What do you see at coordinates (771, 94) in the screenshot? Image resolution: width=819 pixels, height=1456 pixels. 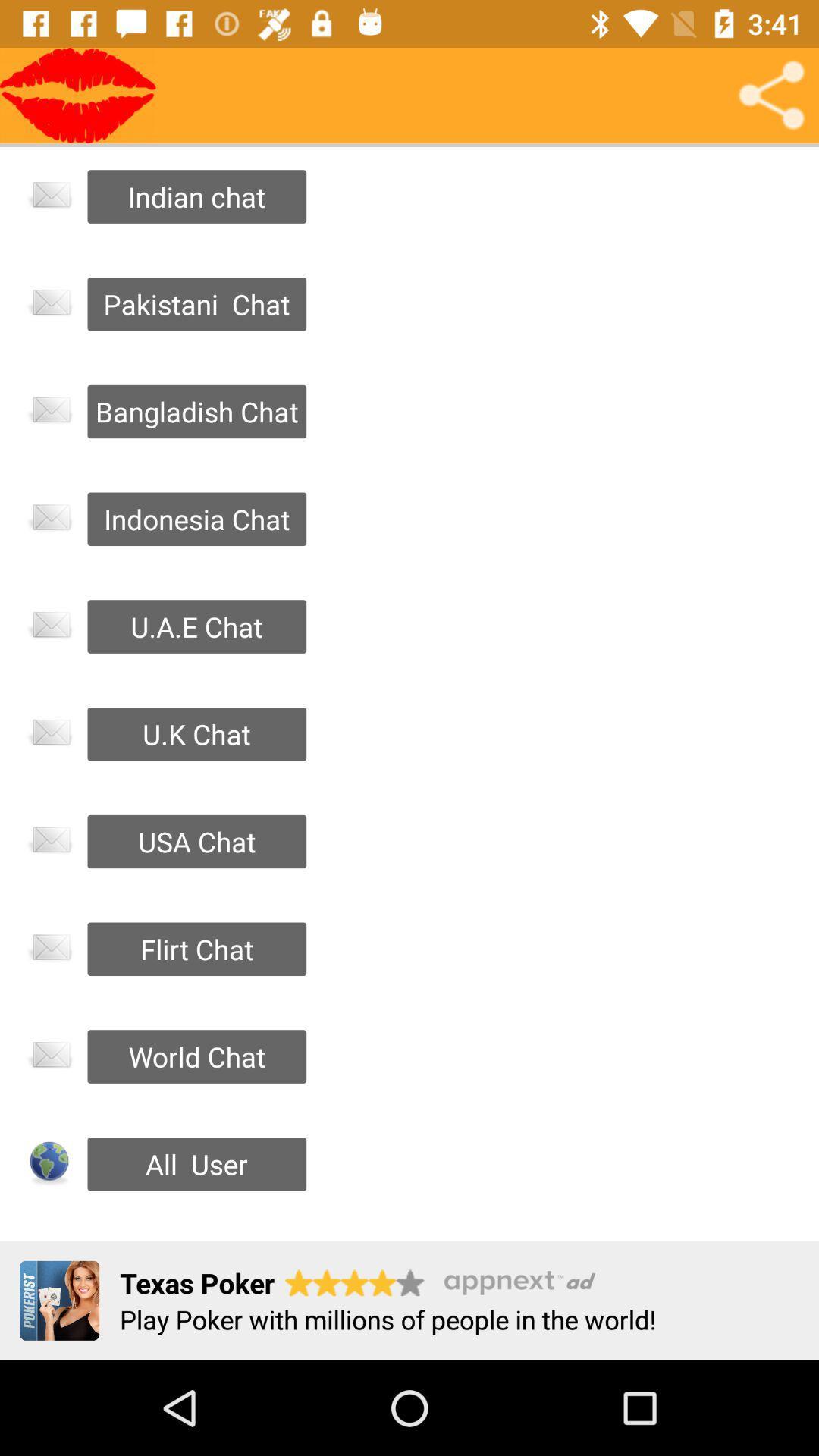 I see `share chat` at bounding box center [771, 94].